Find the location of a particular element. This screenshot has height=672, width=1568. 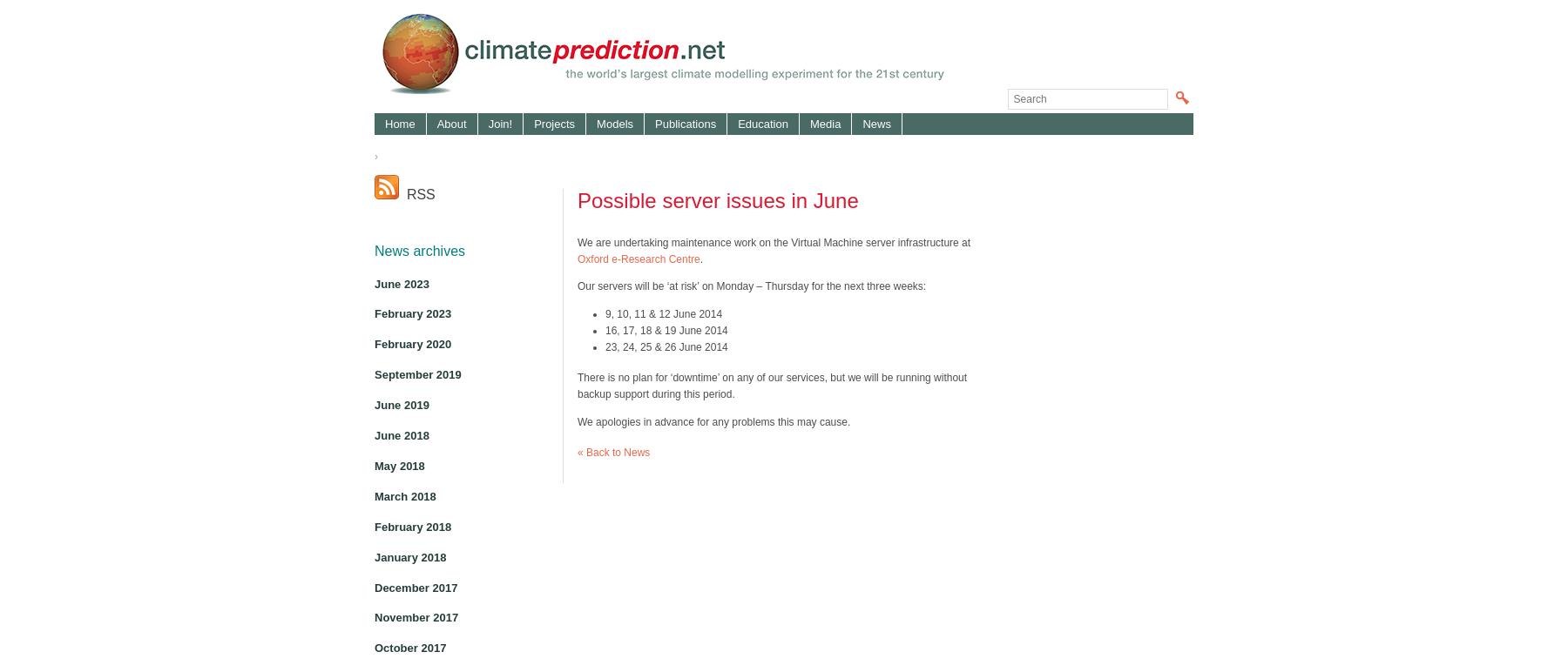

'March 2018' is located at coordinates (403, 494).